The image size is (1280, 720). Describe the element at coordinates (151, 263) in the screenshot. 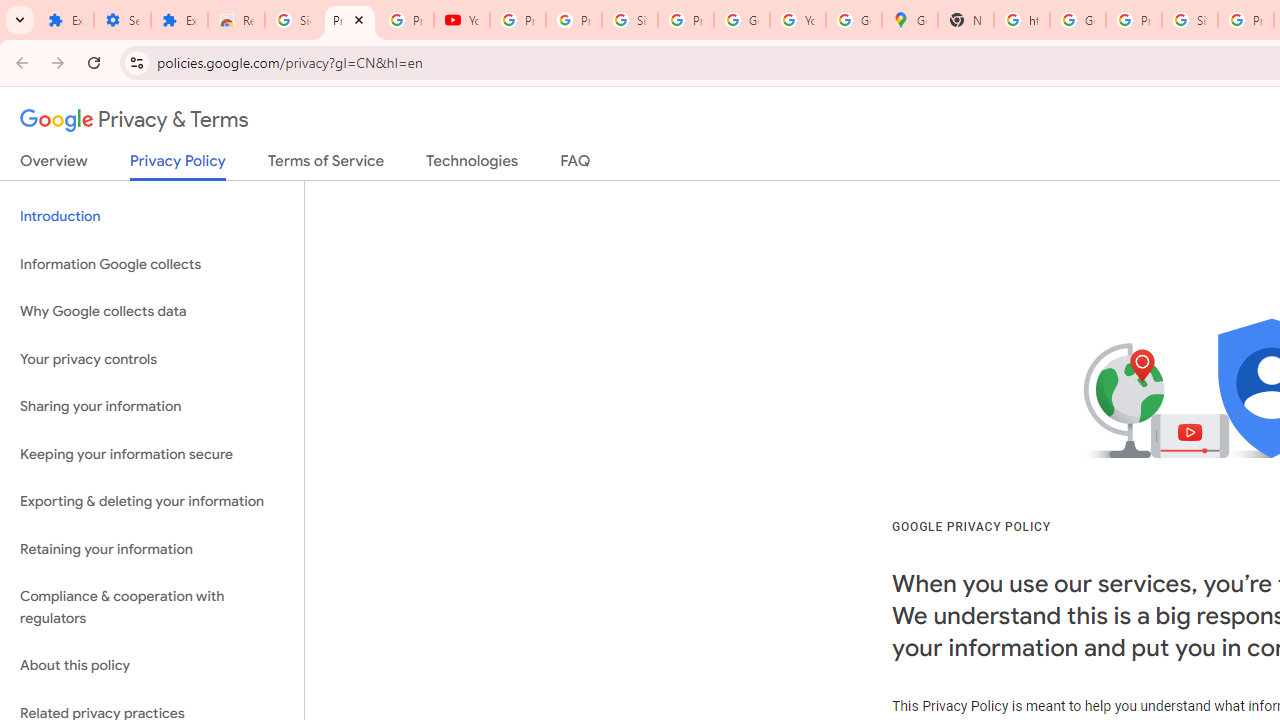

I see `'Information Google collects'` at that location.